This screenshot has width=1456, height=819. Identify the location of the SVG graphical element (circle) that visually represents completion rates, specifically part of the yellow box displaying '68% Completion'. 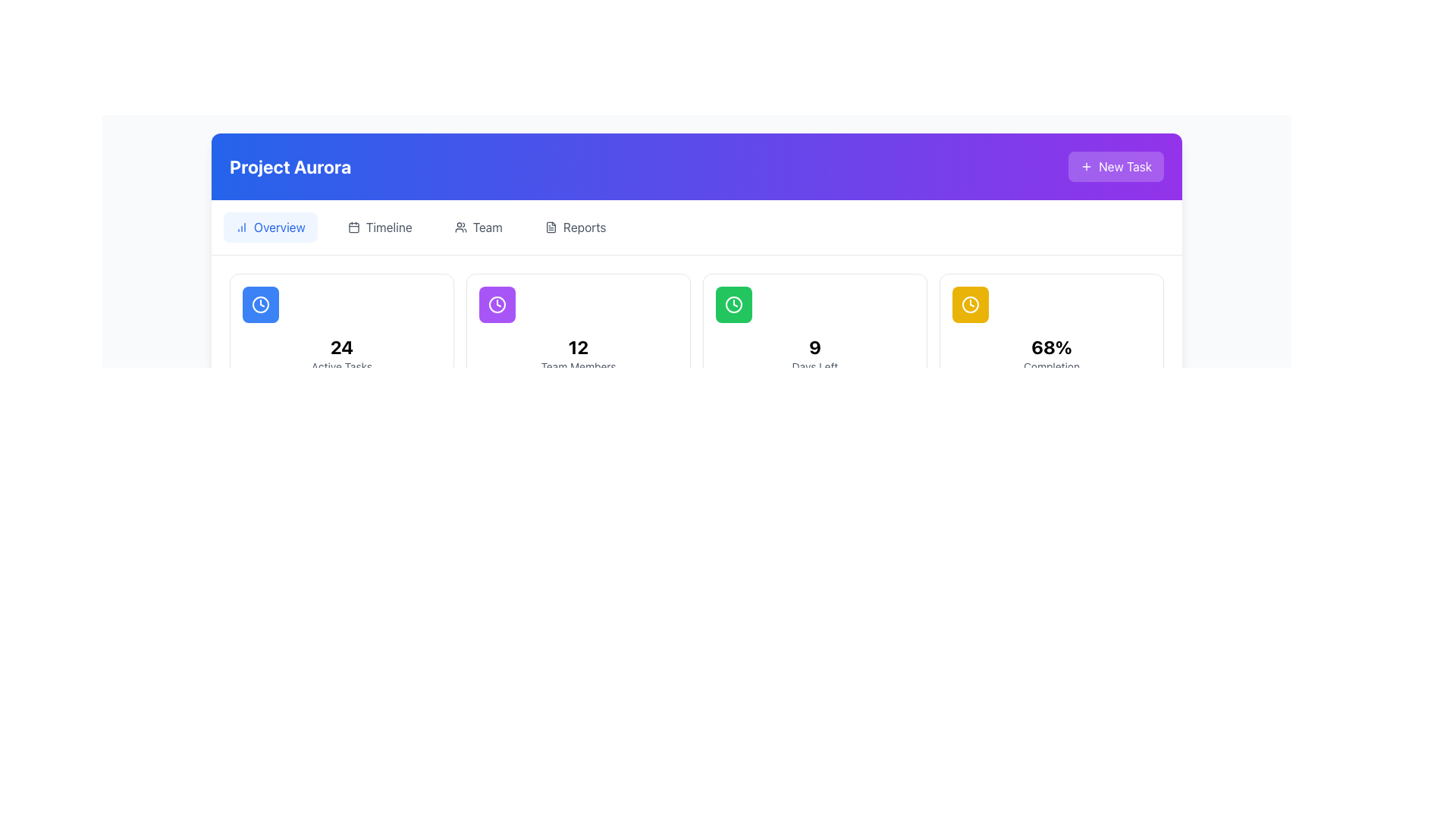
(971, 304).